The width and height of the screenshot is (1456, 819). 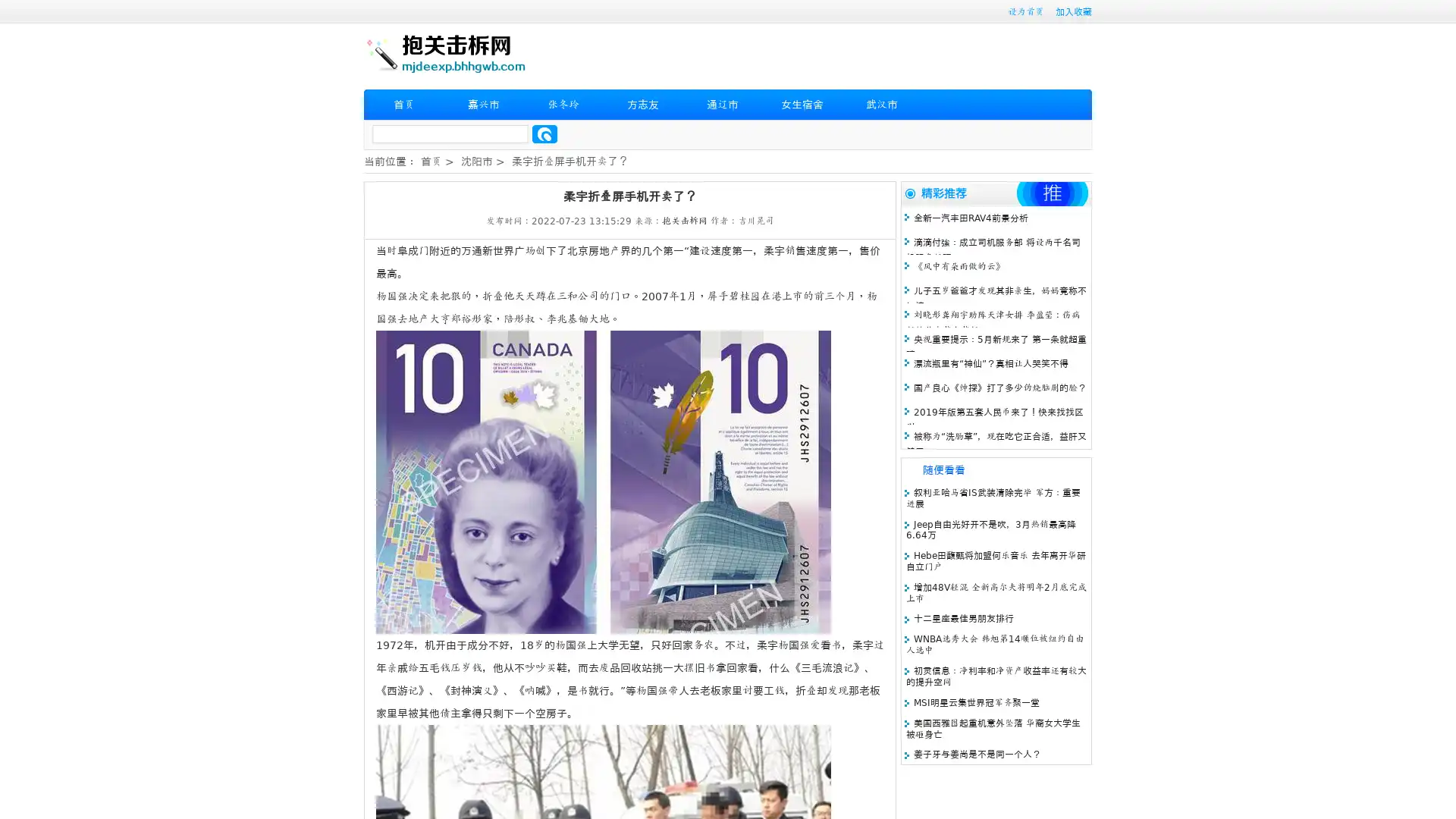 I want to click on Search, so click(x=544, y=133).